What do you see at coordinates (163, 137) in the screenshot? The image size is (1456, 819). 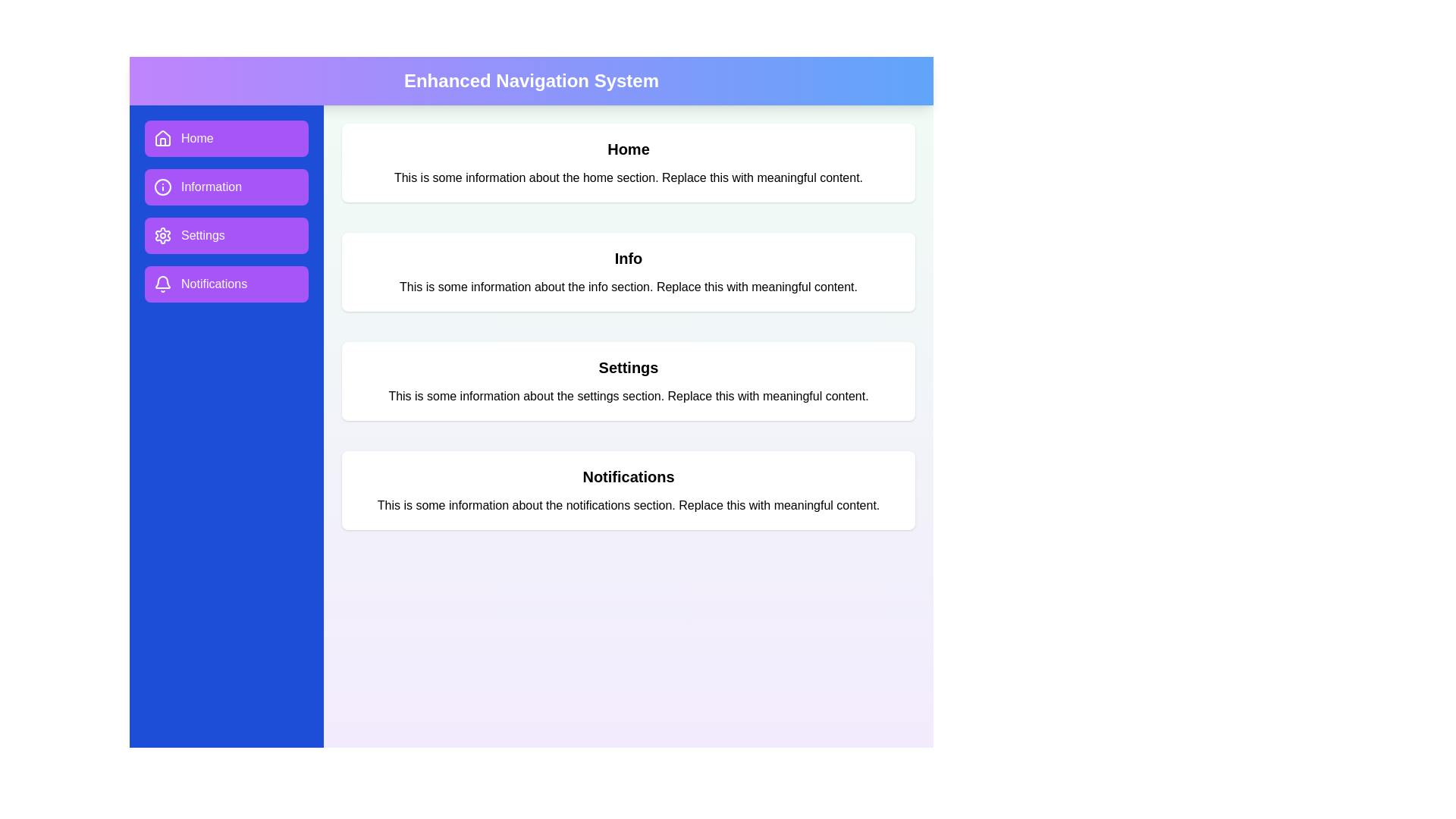 I see `the 'Home' icon located in the left vertical navigation menu to trigger a tooltip or visual response` at bounding box center [163, 137].